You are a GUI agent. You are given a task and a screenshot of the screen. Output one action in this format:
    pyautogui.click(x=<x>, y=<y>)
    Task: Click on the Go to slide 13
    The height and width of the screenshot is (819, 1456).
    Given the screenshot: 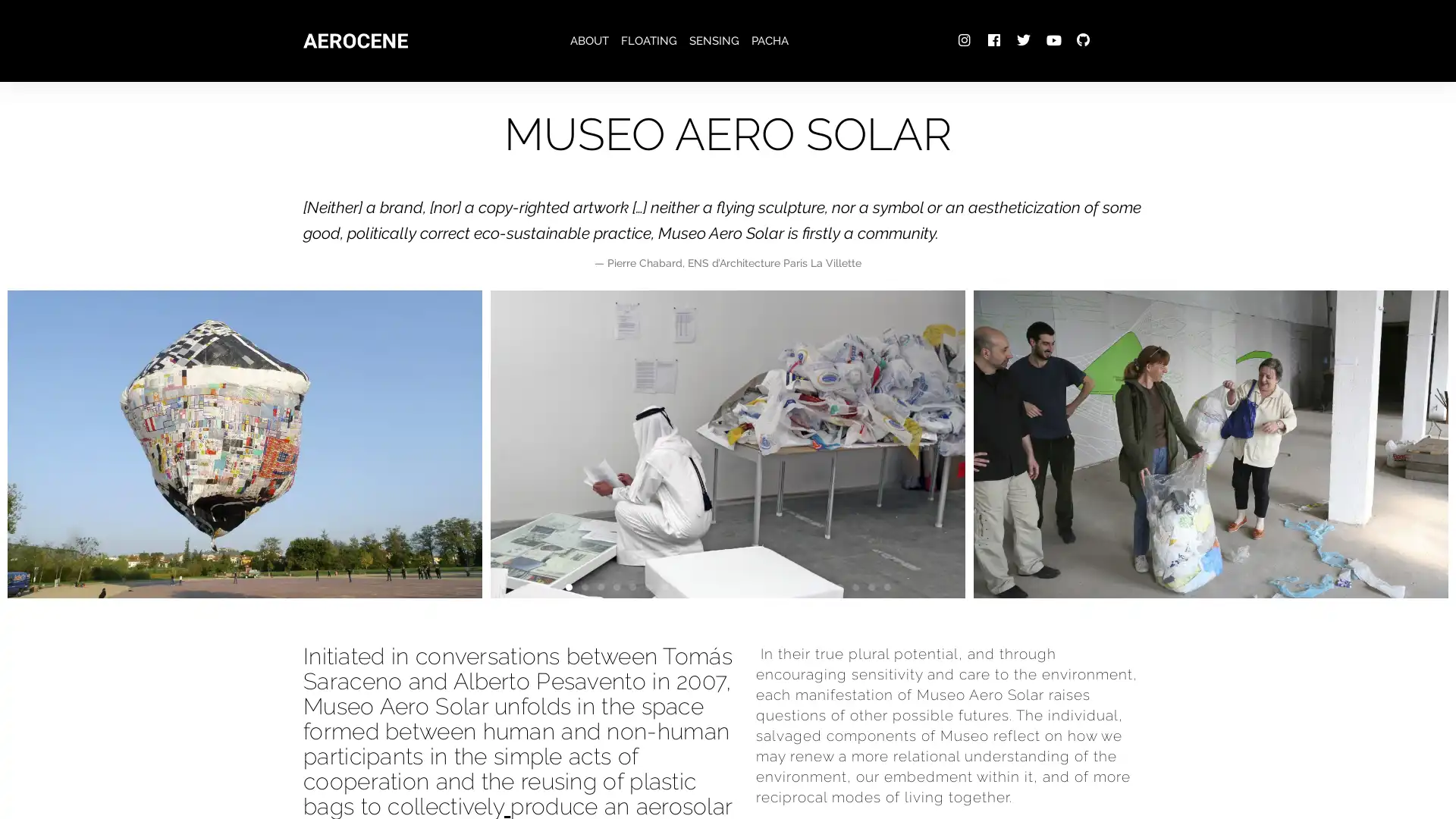 What is the action you would take?
    pyautogui.click(x=759, y=586)
    